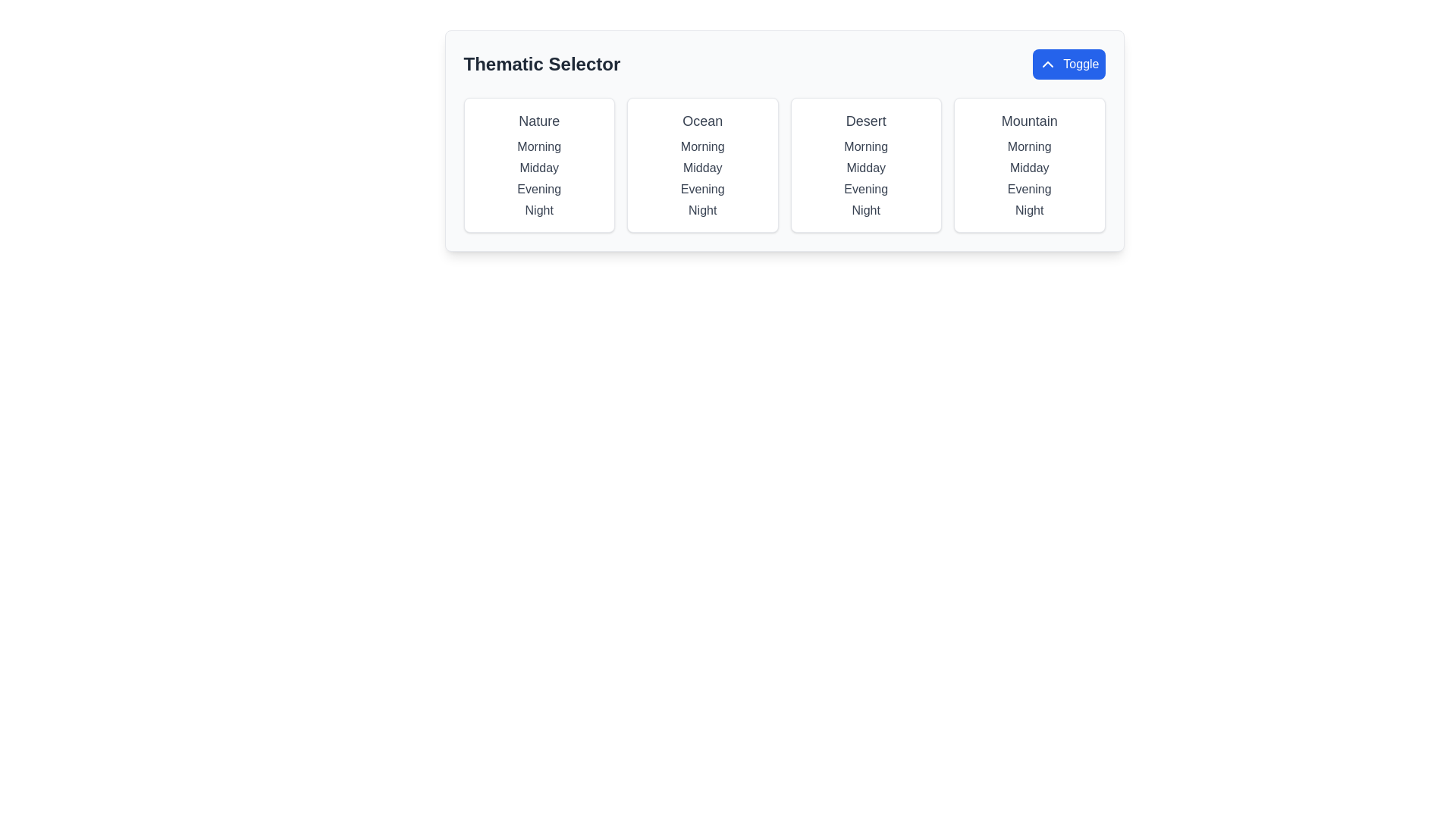  What do you see at coordinates (866, 168) in the screenshot?
I see `the 'Midday' text label in the 'Desert' section` at bounding box center [866, 168].